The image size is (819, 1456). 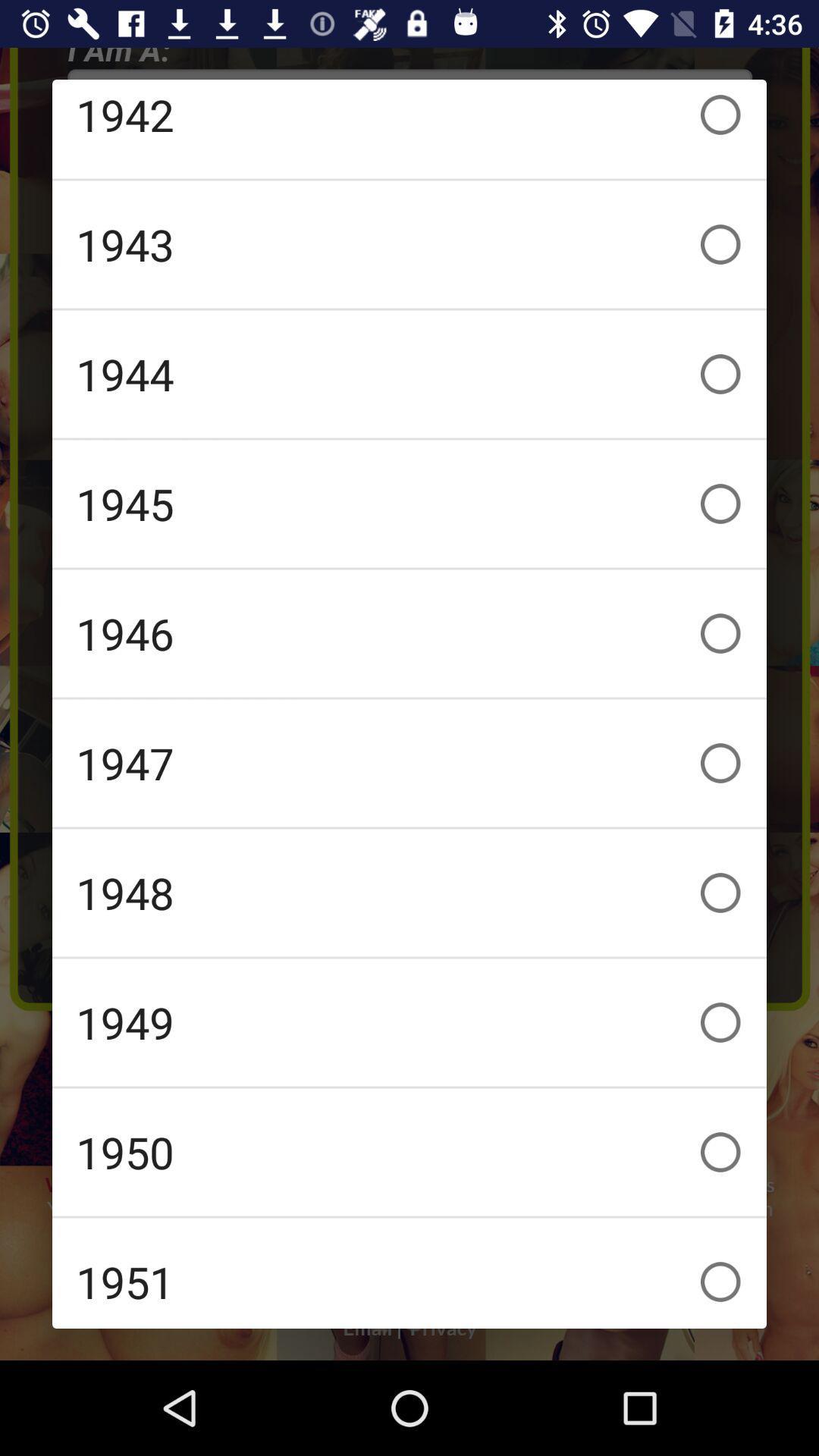 What do you see at coordinates (409, 129) in the screenshot?
I see `icon above 1943` at bounding box center [409, 129].